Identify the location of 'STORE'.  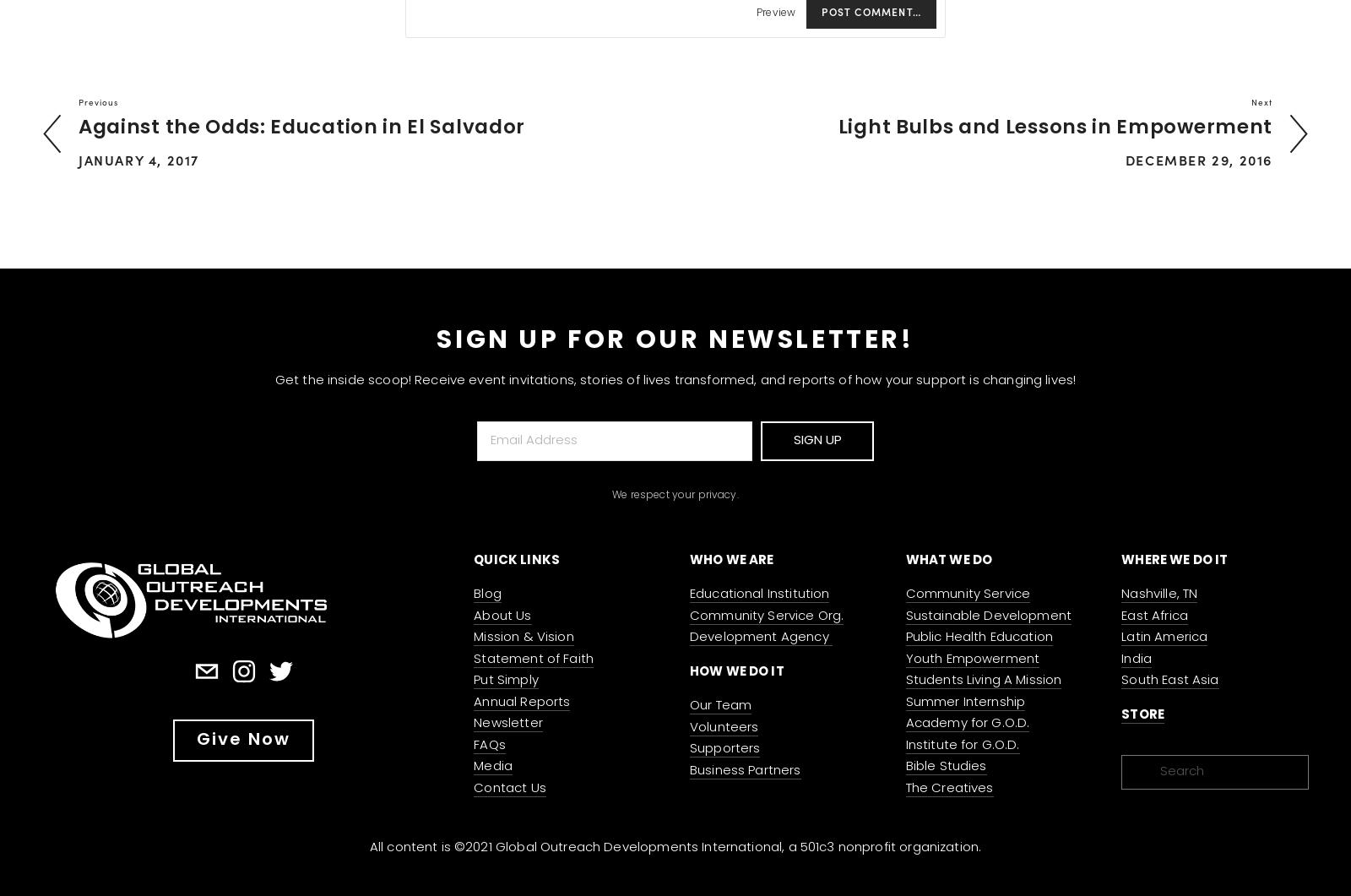
(1142, 714).